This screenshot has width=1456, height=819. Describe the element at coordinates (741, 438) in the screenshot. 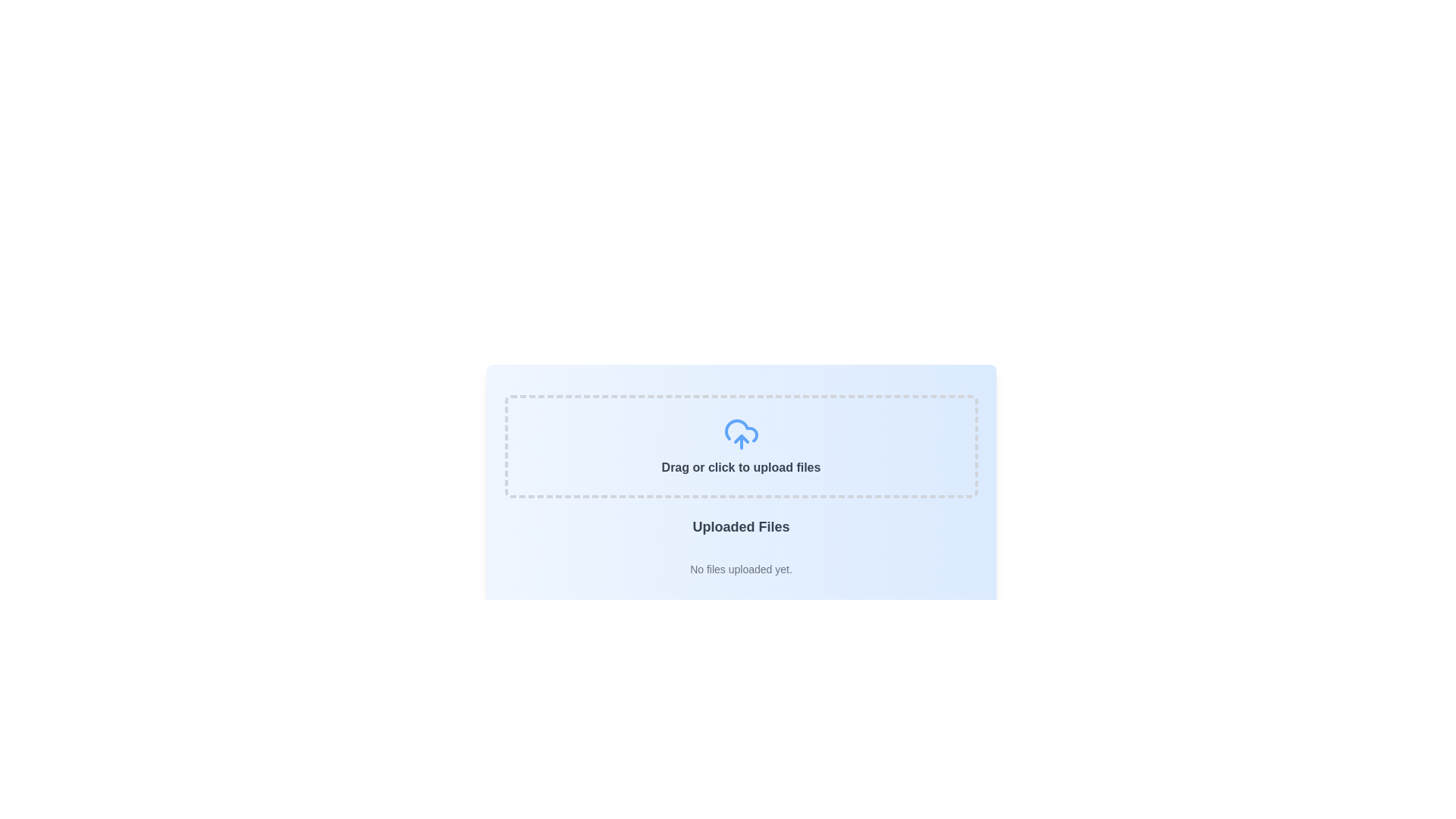

I see `the upload icon, which is an arrow pointing upwards within a cloud outline, positioned near the top of the interface` at that location.